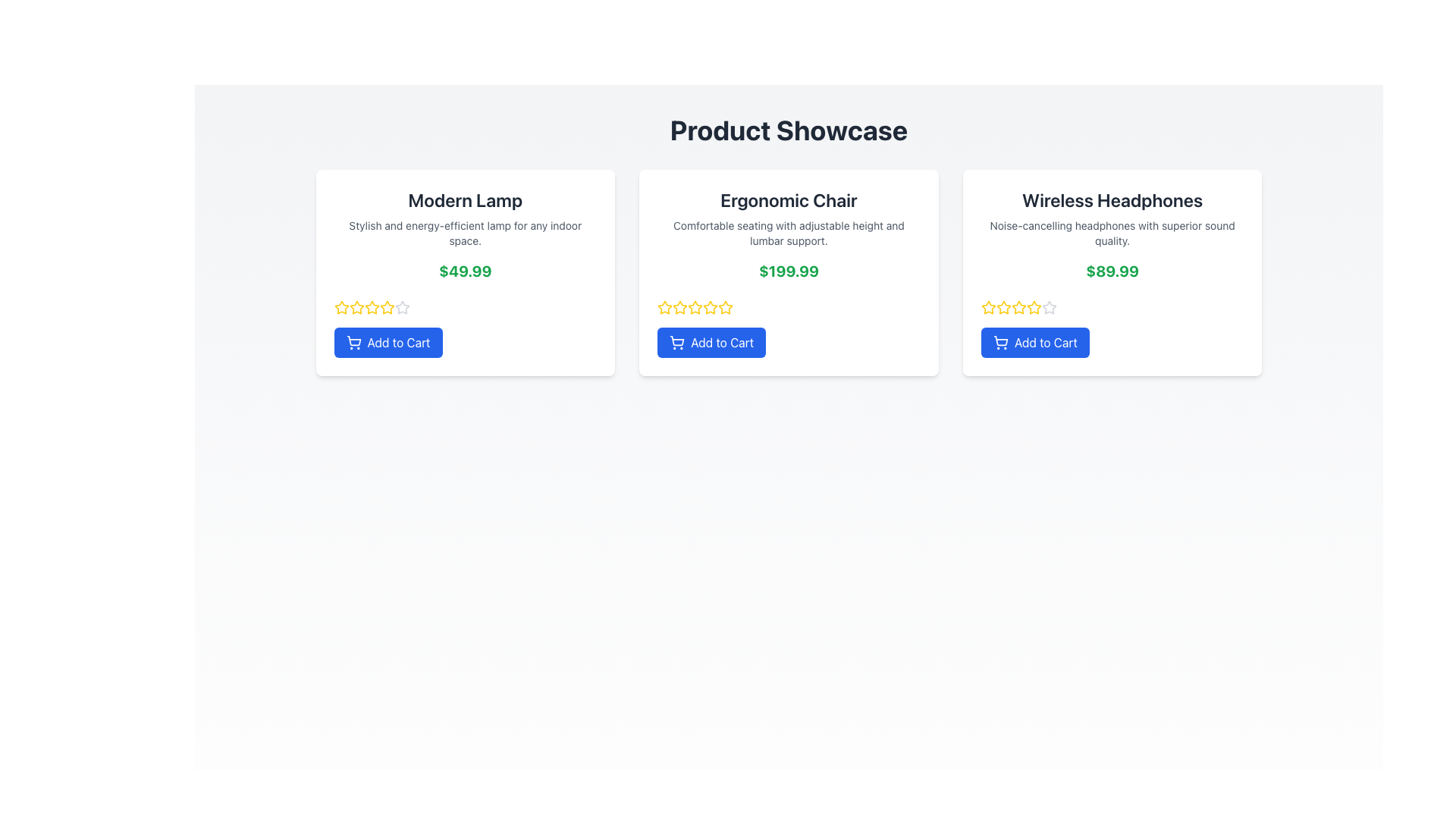 This screenshot has height=819, width=1456. What do you see at coordinates (1048, 307) in the screenshot?
I see `the fifth star icon in the star-rating component for the Wireless Headphones product, which is styled with a gray color and represents an inactive star` at bounding box center [1048, 307].